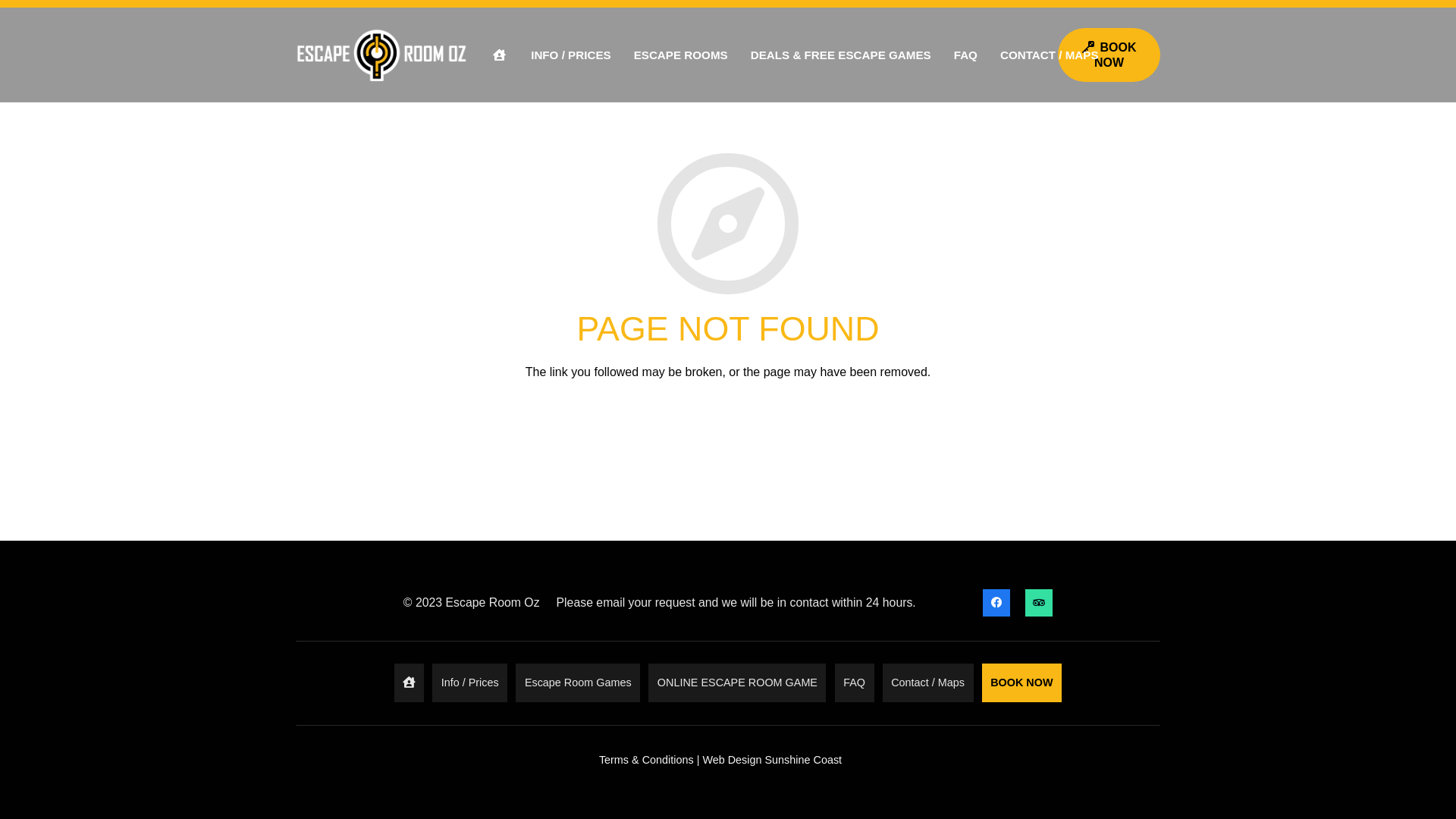 Image resolution: width=1456 pixels, height=819 pixels. What do you see at coordinates (927, 682) in the screenshot?
I see `'Contact / Maps'` at bounding box center [927, 682].